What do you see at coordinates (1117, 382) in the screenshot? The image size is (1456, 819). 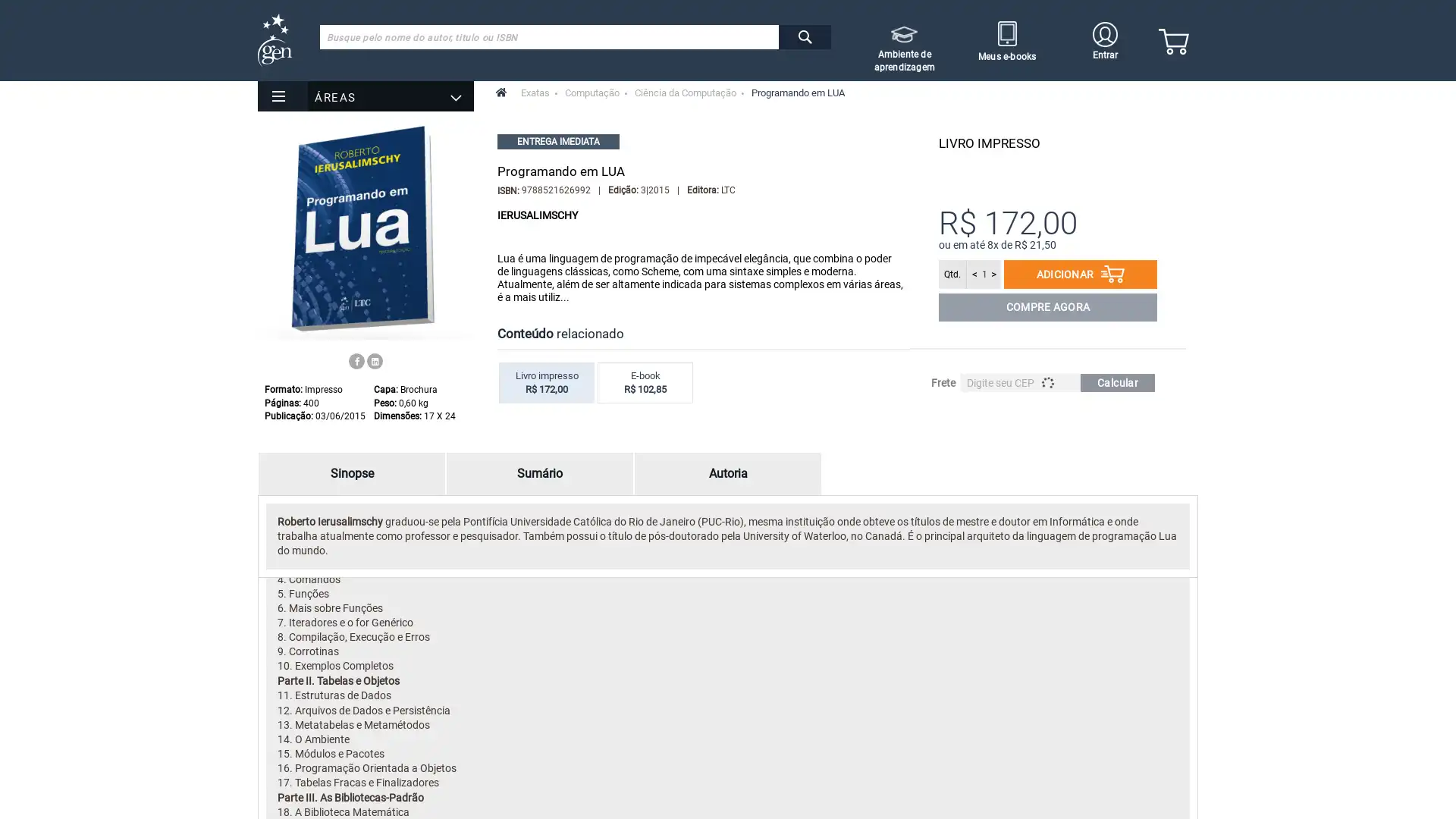 I see `Calcular` at bounding box center [1117, 382].